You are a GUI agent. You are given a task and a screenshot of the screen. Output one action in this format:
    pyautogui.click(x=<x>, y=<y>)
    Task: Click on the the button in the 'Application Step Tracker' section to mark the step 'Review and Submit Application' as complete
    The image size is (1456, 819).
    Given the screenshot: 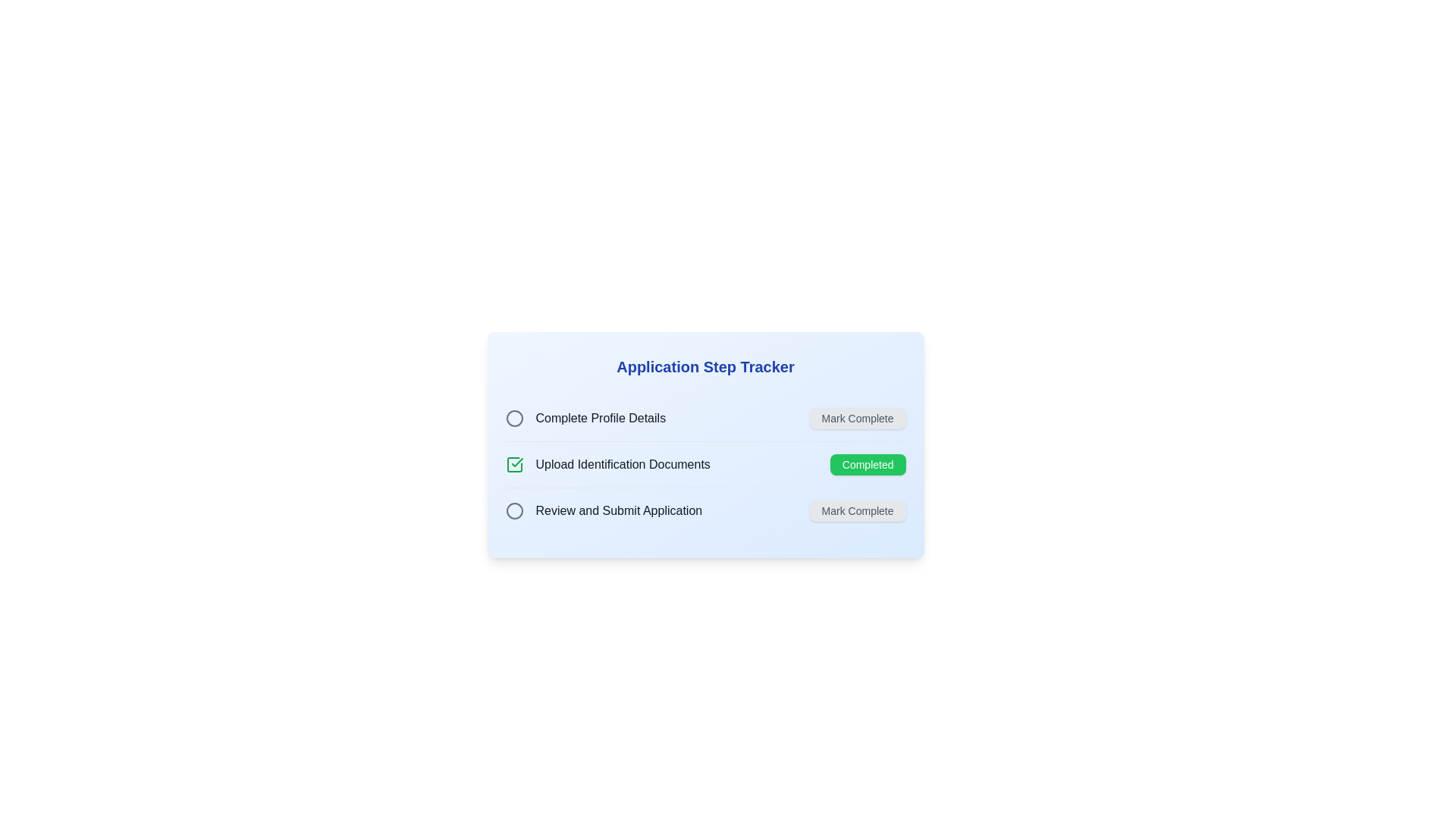 What is the action you would take?
    pyautogui.click(x=858, y=511)
    